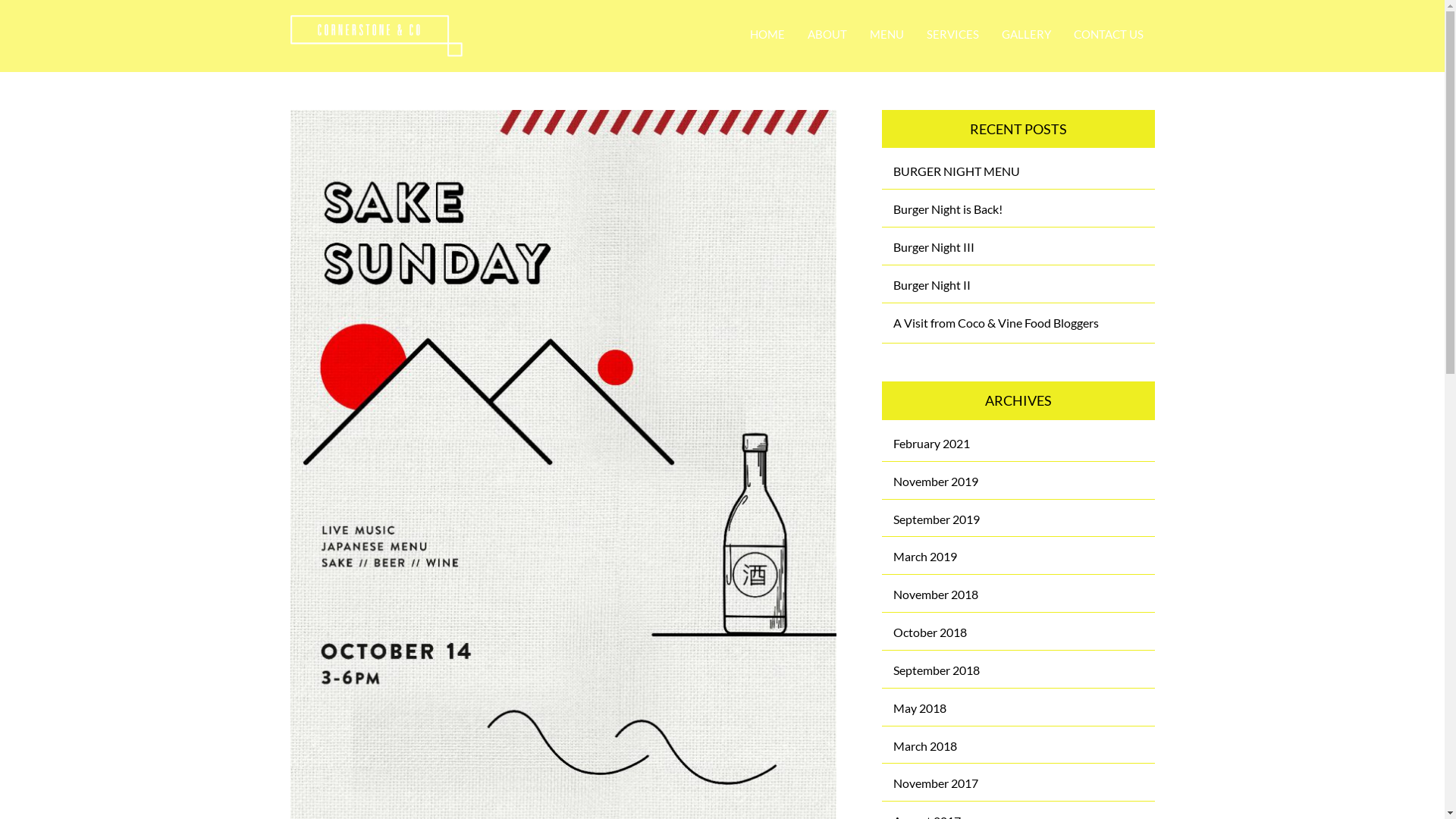 Image resolution: width=1456 pixels, height=819 pixels. What do you see at coordinates (893, 708) in the screenshot?
I see `'May 2018'` at bounding box center [893, 708].